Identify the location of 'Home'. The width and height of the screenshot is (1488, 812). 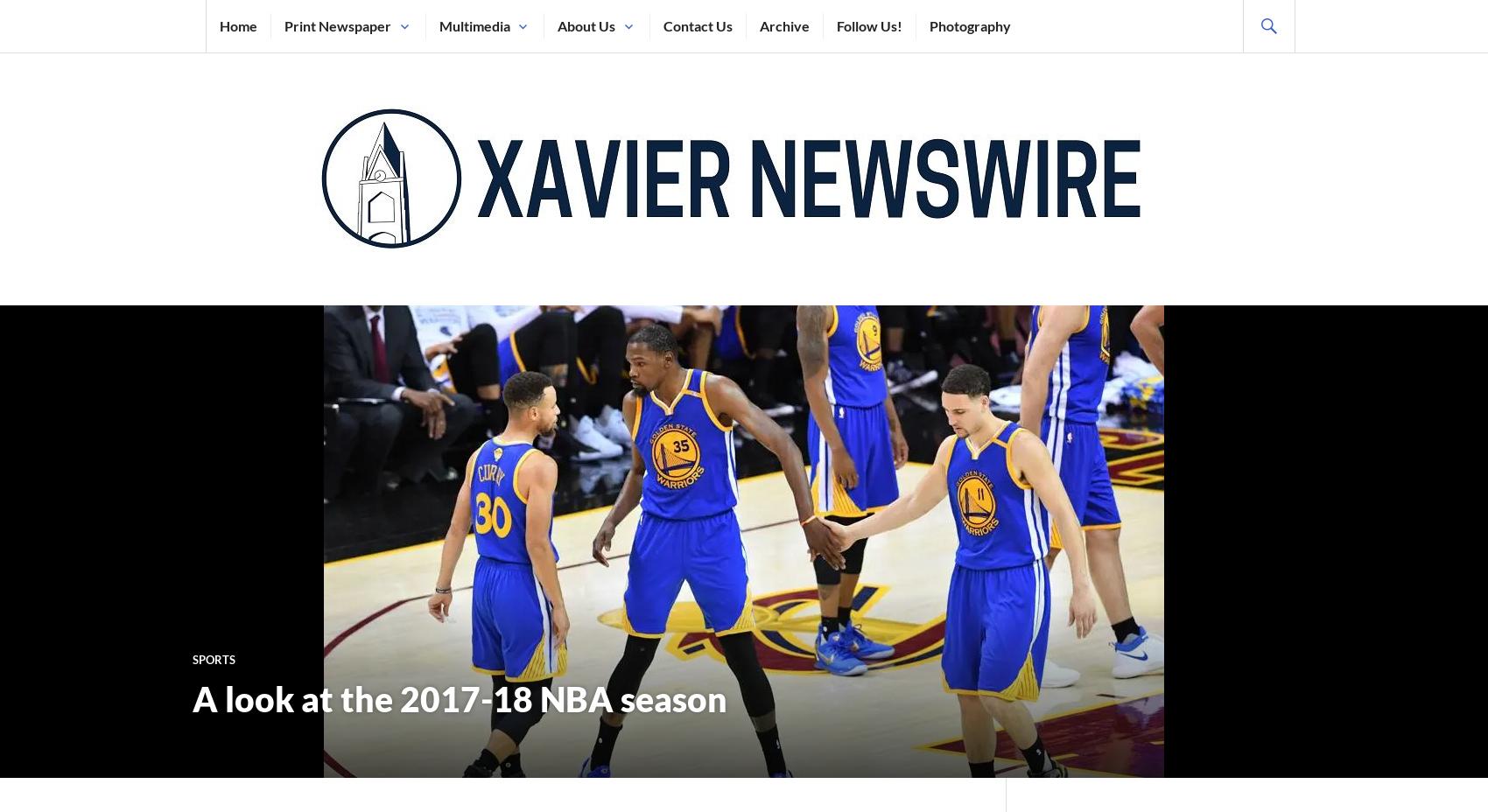
(238, 24).